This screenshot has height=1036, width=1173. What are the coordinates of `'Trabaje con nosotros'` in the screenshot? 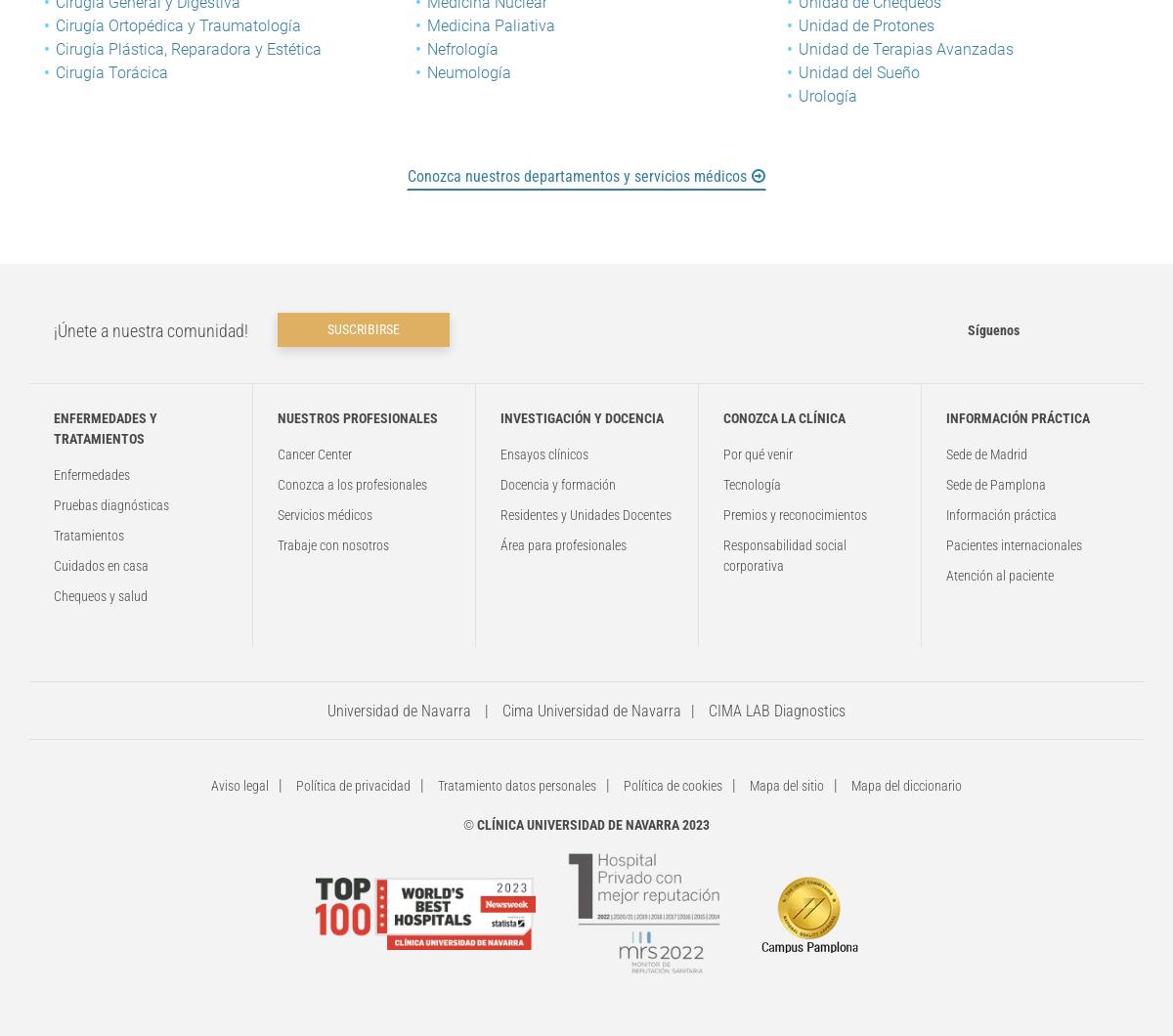 It's located at (277, 544).